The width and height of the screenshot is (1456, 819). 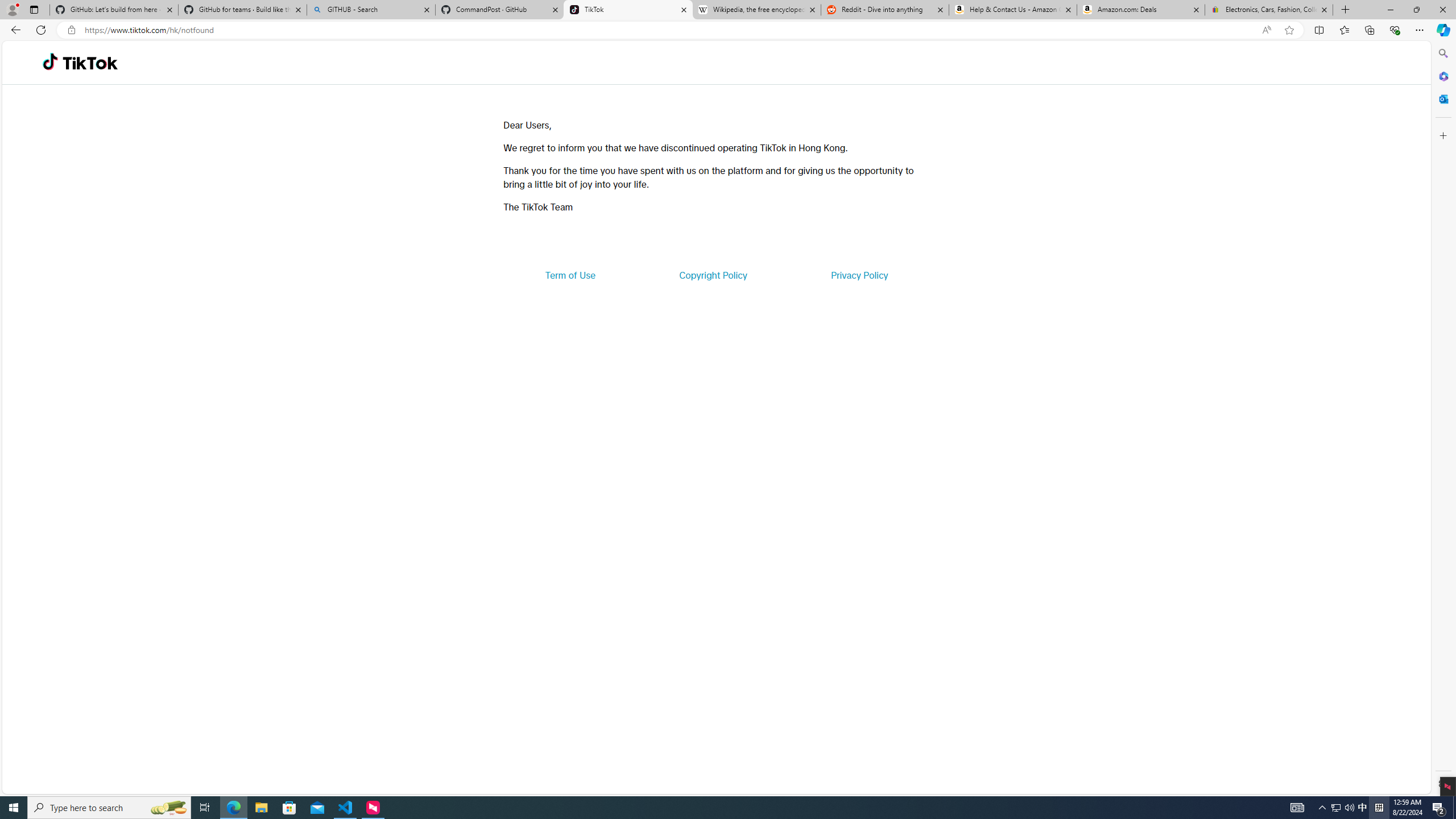 What do you see at coordinates (755, 9) in the screenshot?
I see `'Wikipedia, the free encyclopedia'` at bounding box center [755, 9].